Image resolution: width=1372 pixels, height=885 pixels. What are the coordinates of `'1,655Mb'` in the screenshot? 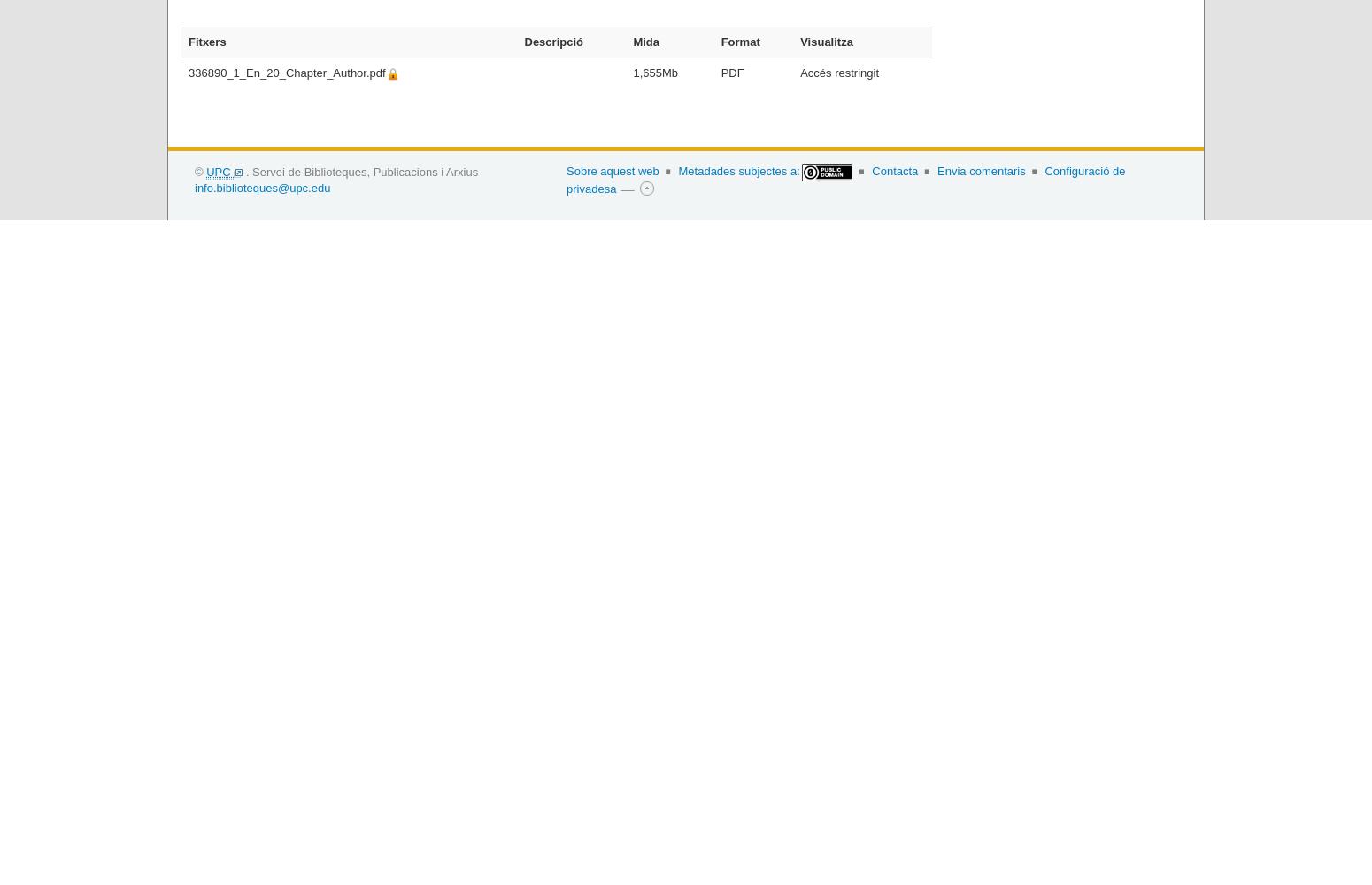 It's located at (633, 72).